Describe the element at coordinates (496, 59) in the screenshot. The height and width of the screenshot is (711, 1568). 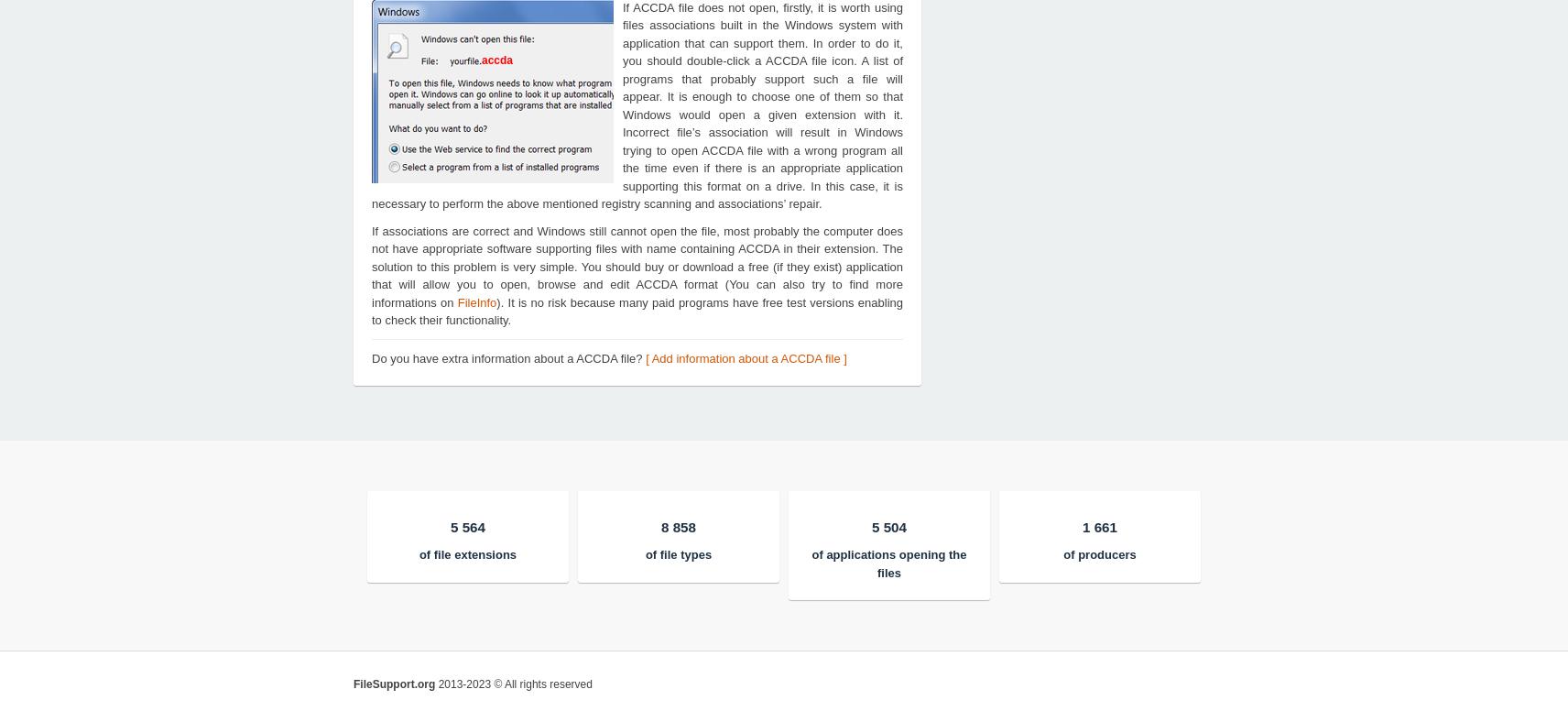
I see `'accda'` at that location.